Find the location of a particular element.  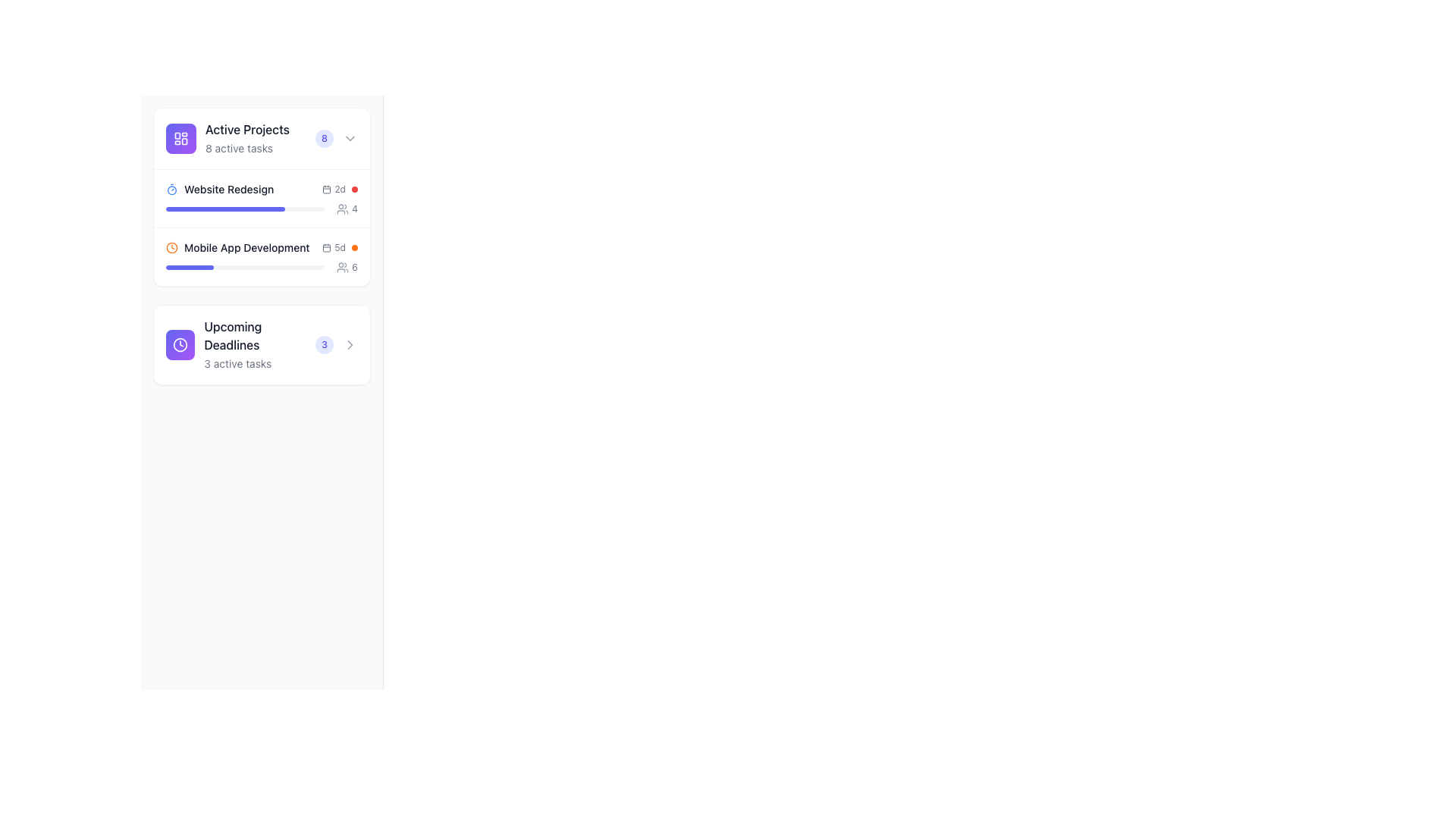

the 'Website Redesign' project entry in the 'Active Projects' section is located at coordinates (219, 189).